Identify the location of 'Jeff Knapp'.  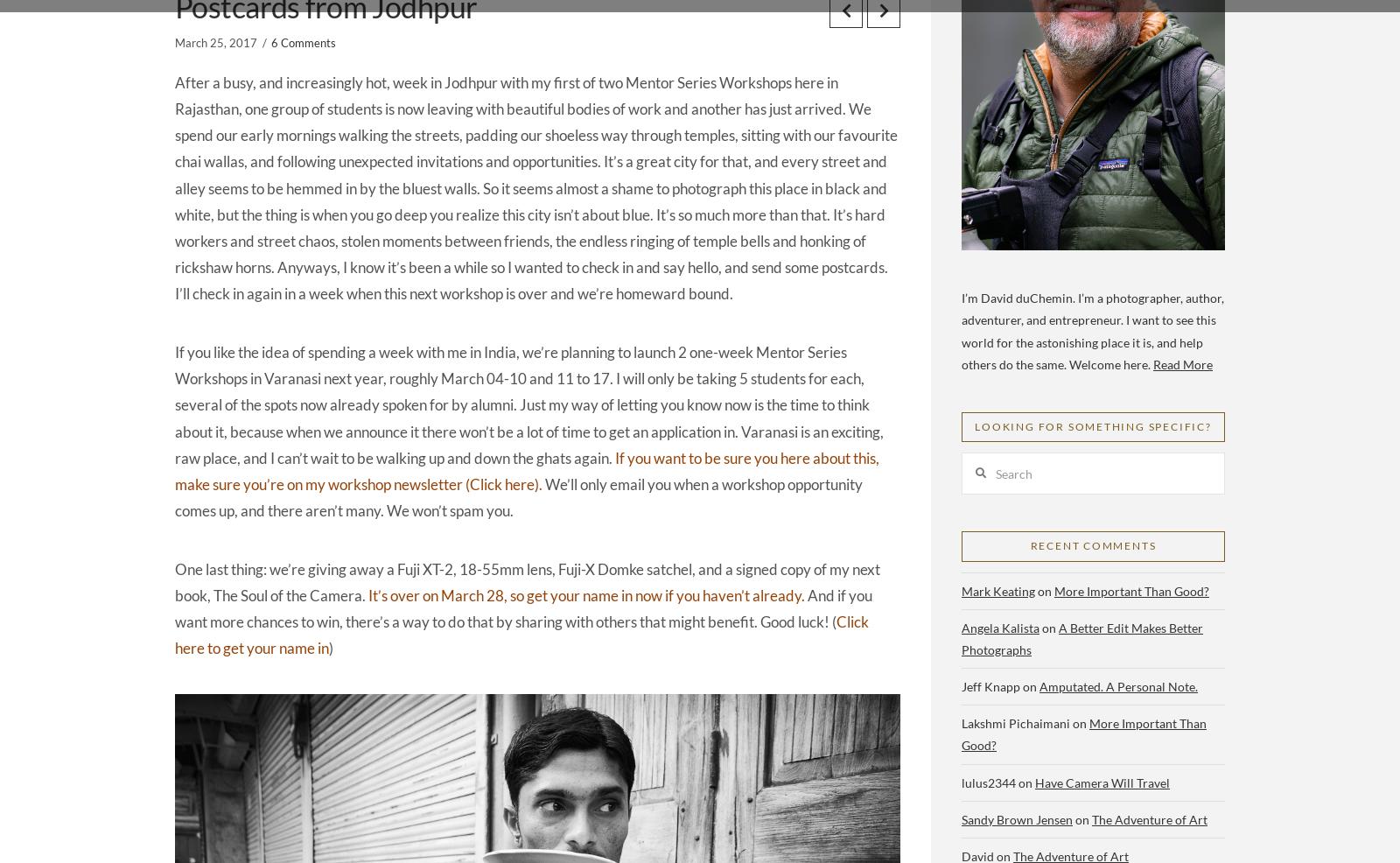
(962, 686).